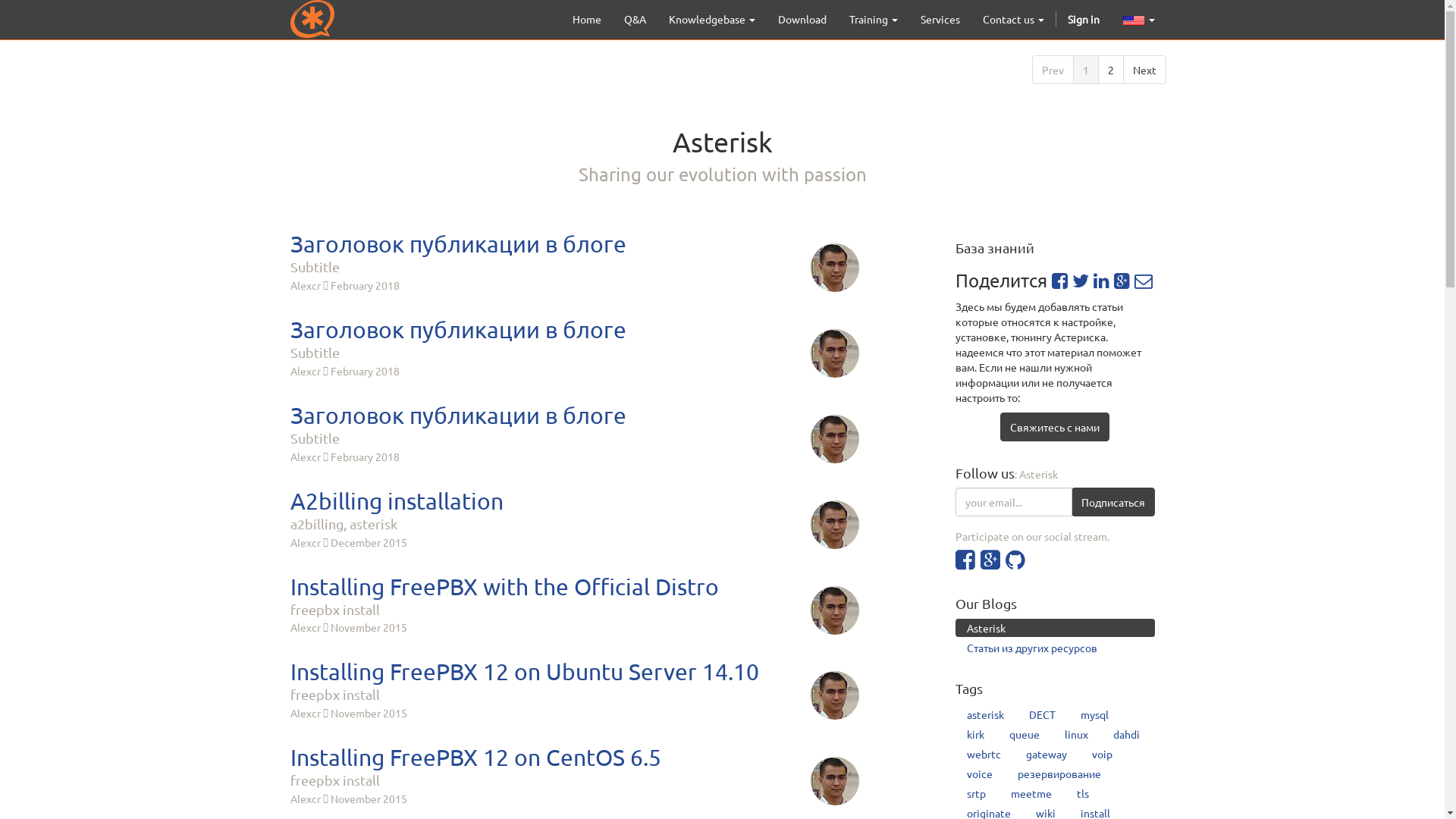  I want to click on 'tls', so click(1082, 792).